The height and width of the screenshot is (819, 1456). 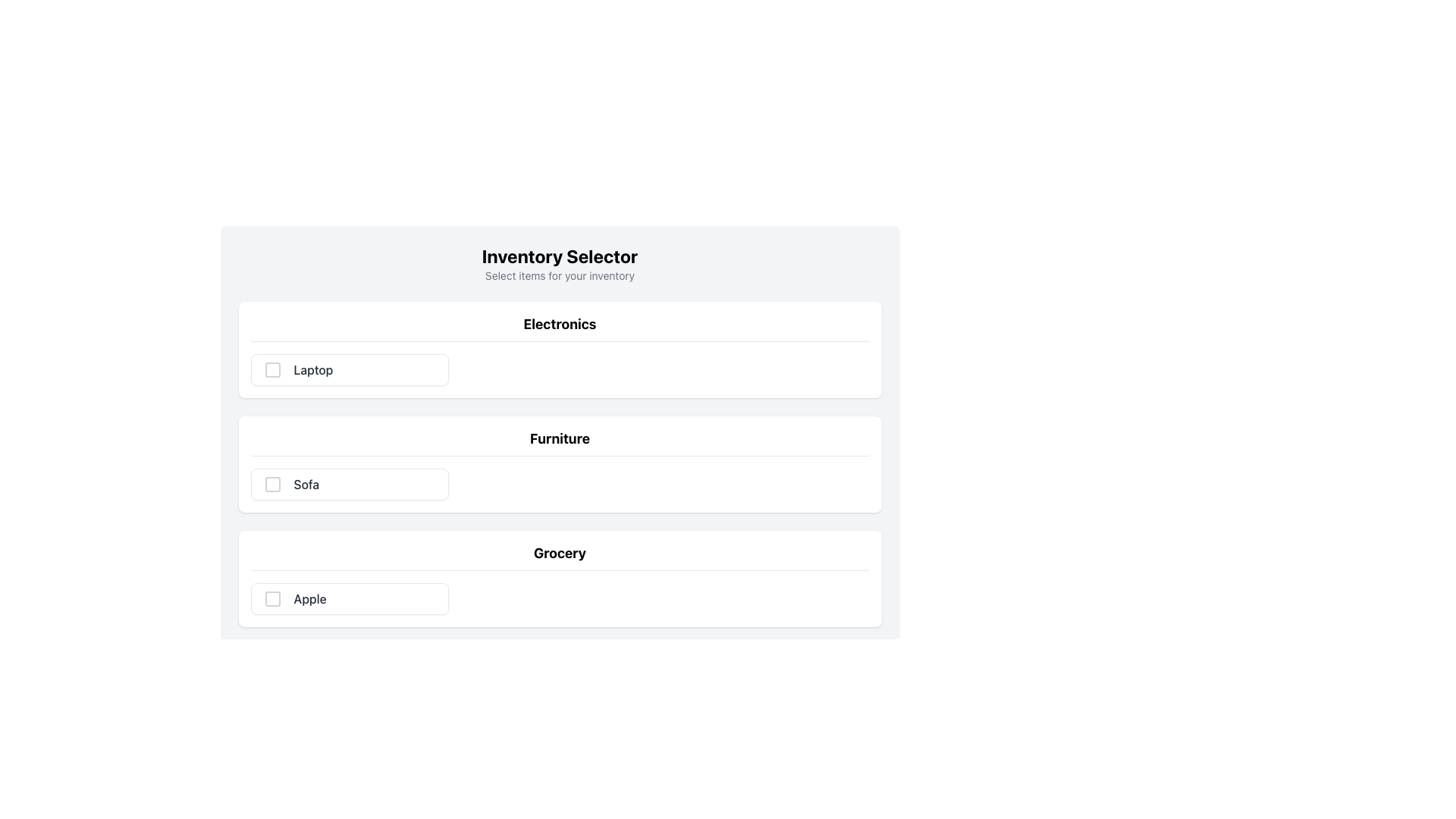 I want to click on the SVG graphical element located in the 'Grocery' section next to the 'Apple' label, so click(x=272, y=598).